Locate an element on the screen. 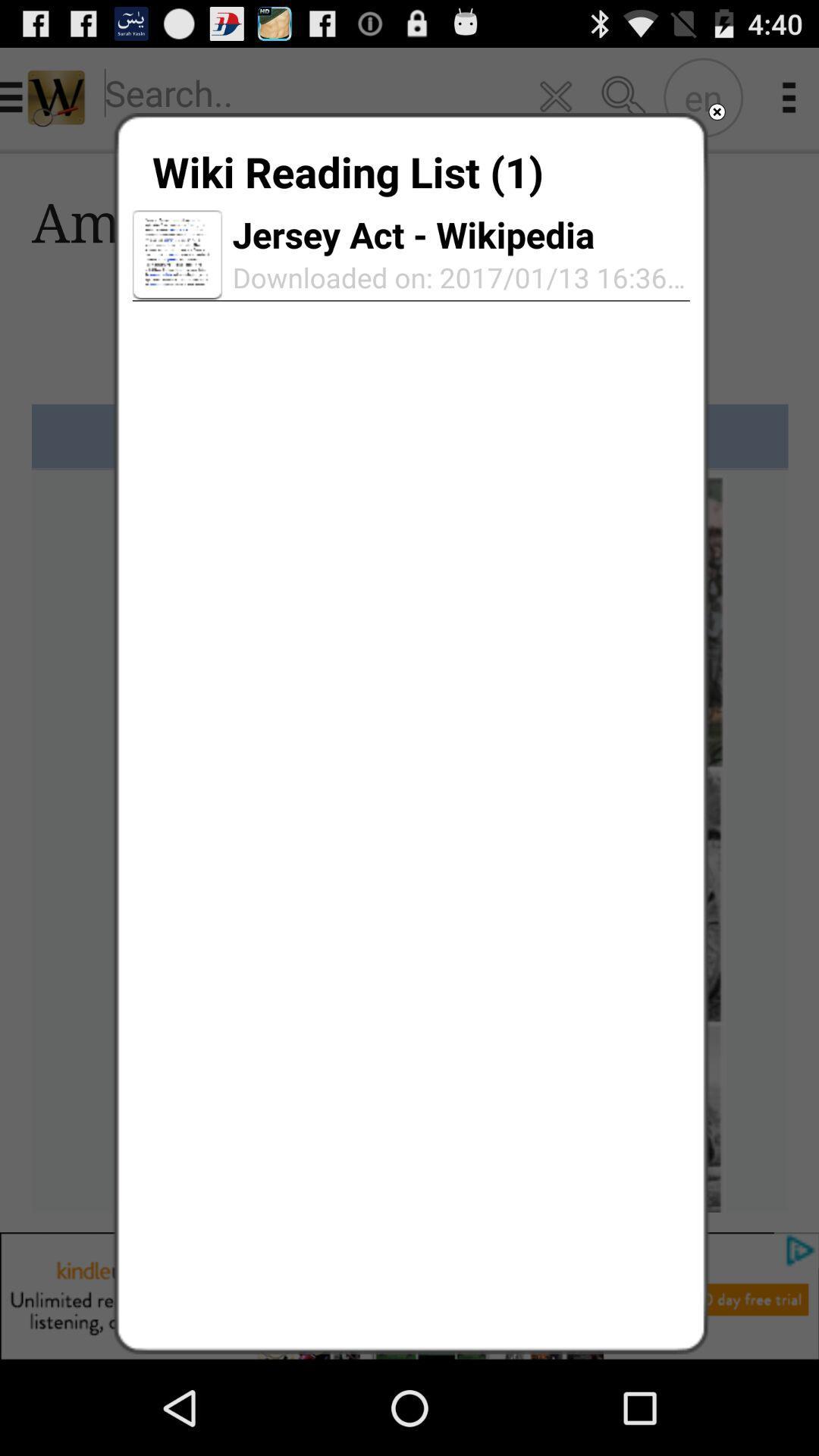 The height and width of the screenshot is (1456, 819). the app to the right of wiki reading list is located at coordinates (717, 111).